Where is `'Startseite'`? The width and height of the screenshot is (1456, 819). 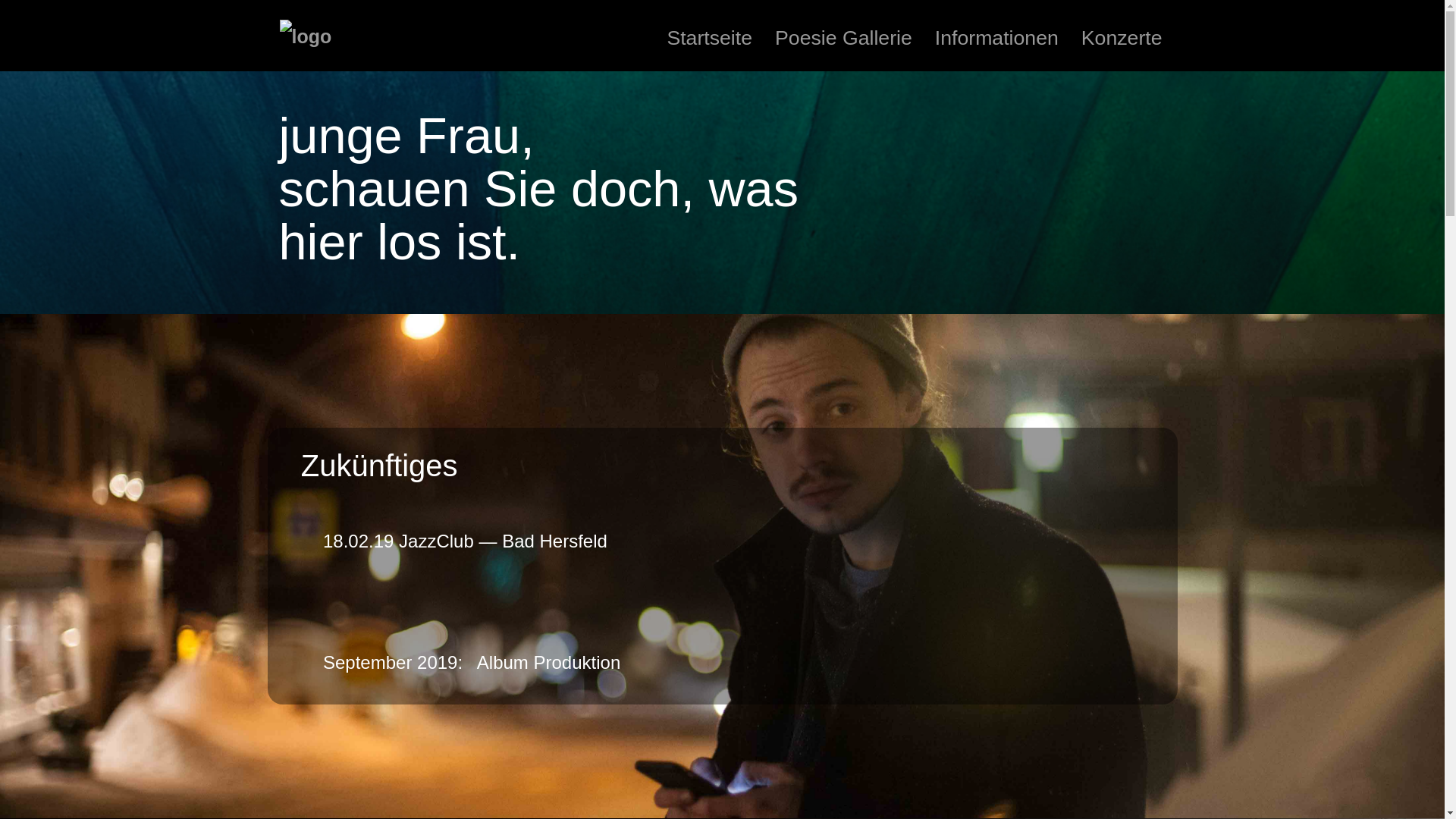
'Startseite' is located at coordinates (708, 37).